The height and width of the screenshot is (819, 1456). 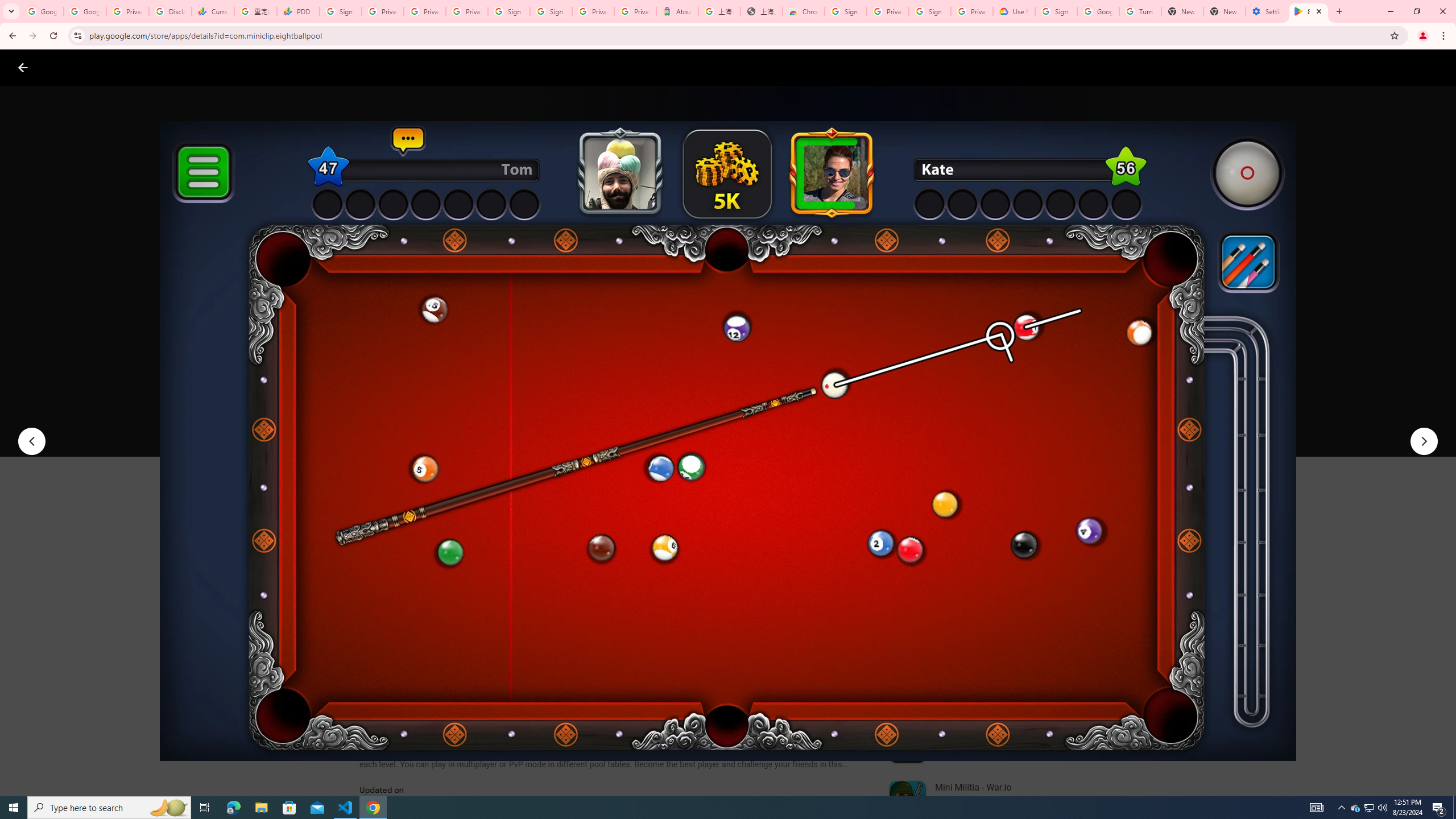 What do you see at coordinates (1266, 11) in the screenshot?
I see `'Settings - System'` at bounding box center [1266, 11].